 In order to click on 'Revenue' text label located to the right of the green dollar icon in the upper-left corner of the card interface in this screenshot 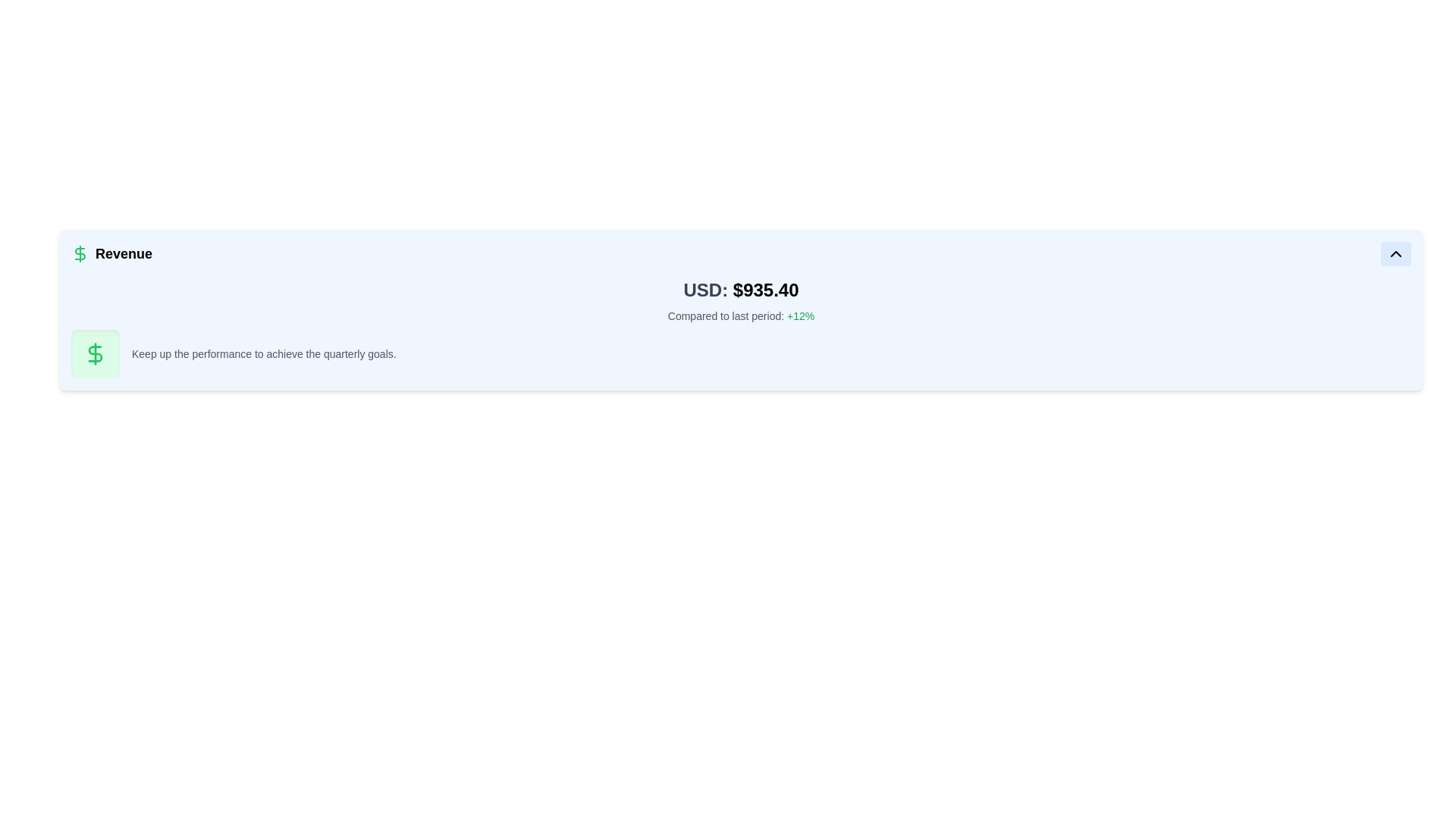, I will do `click(124, 253)`.